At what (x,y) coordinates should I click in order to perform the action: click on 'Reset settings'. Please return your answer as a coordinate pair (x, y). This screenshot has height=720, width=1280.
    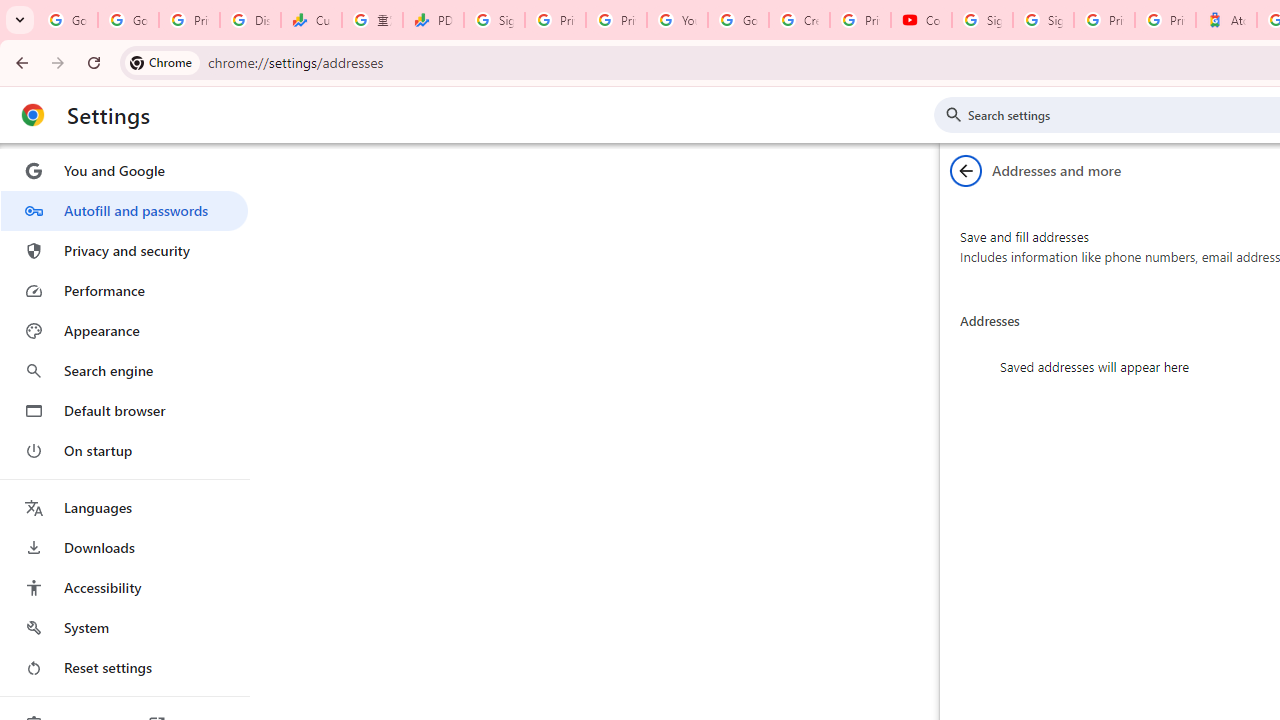
    Looking at the image, I should click on (123, 668).